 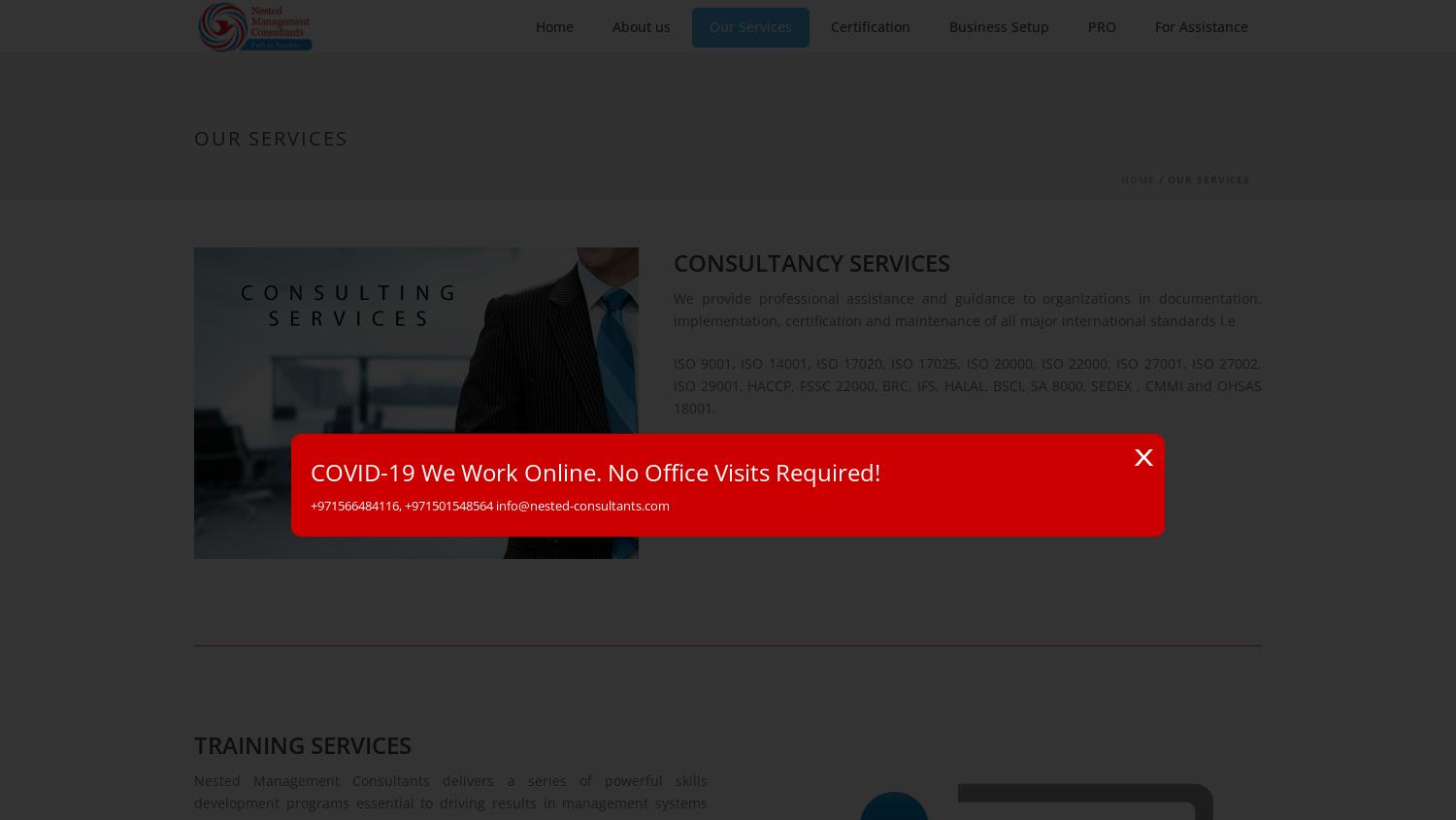 I want to click on '+971566484116,   +971501548564   info@nested-consultants.com', so click(x=490, y=505).